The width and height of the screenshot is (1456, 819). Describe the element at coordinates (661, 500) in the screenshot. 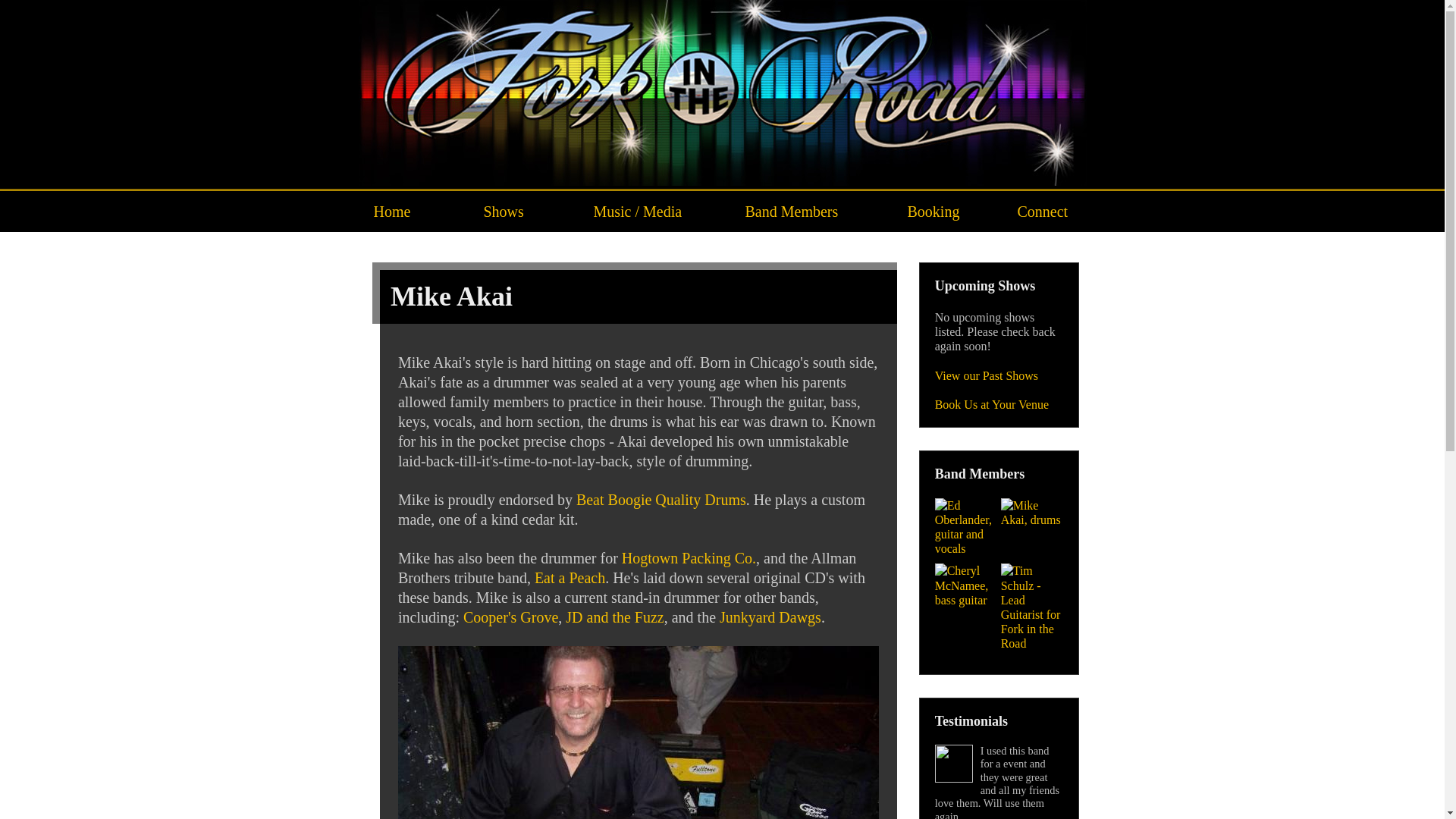

I see `'Beat Boogie Quality Drums'` at that location.